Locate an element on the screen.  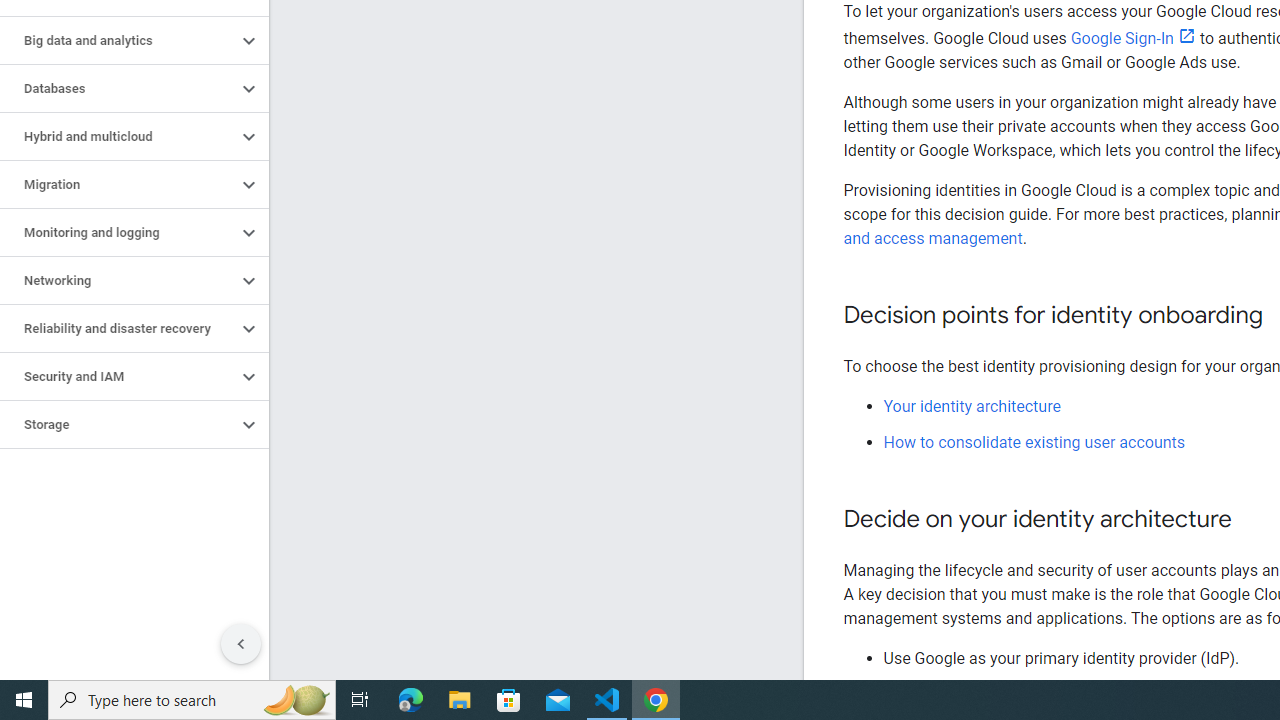
'Hide side navigation' is located at coordinates (240, 644).